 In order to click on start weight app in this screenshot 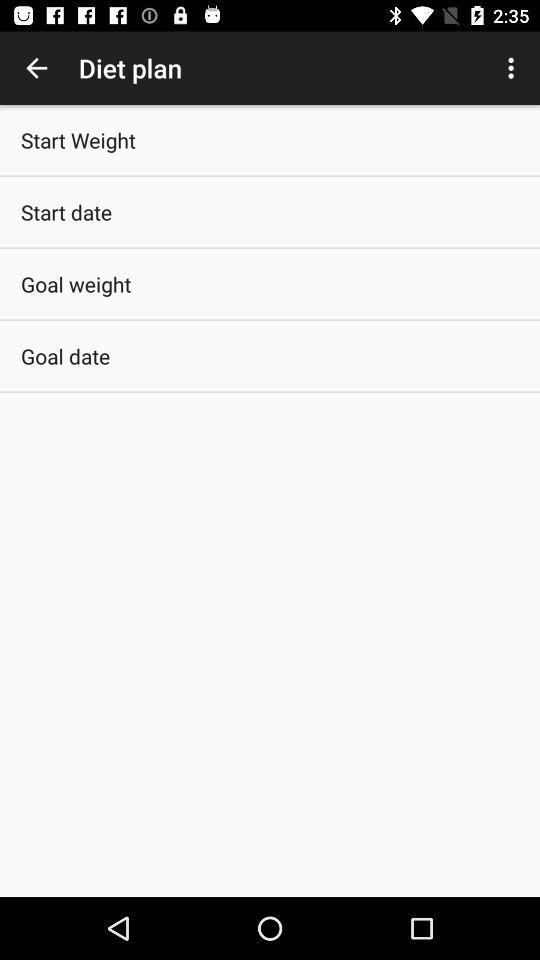, I will do `click(77, 139)`.